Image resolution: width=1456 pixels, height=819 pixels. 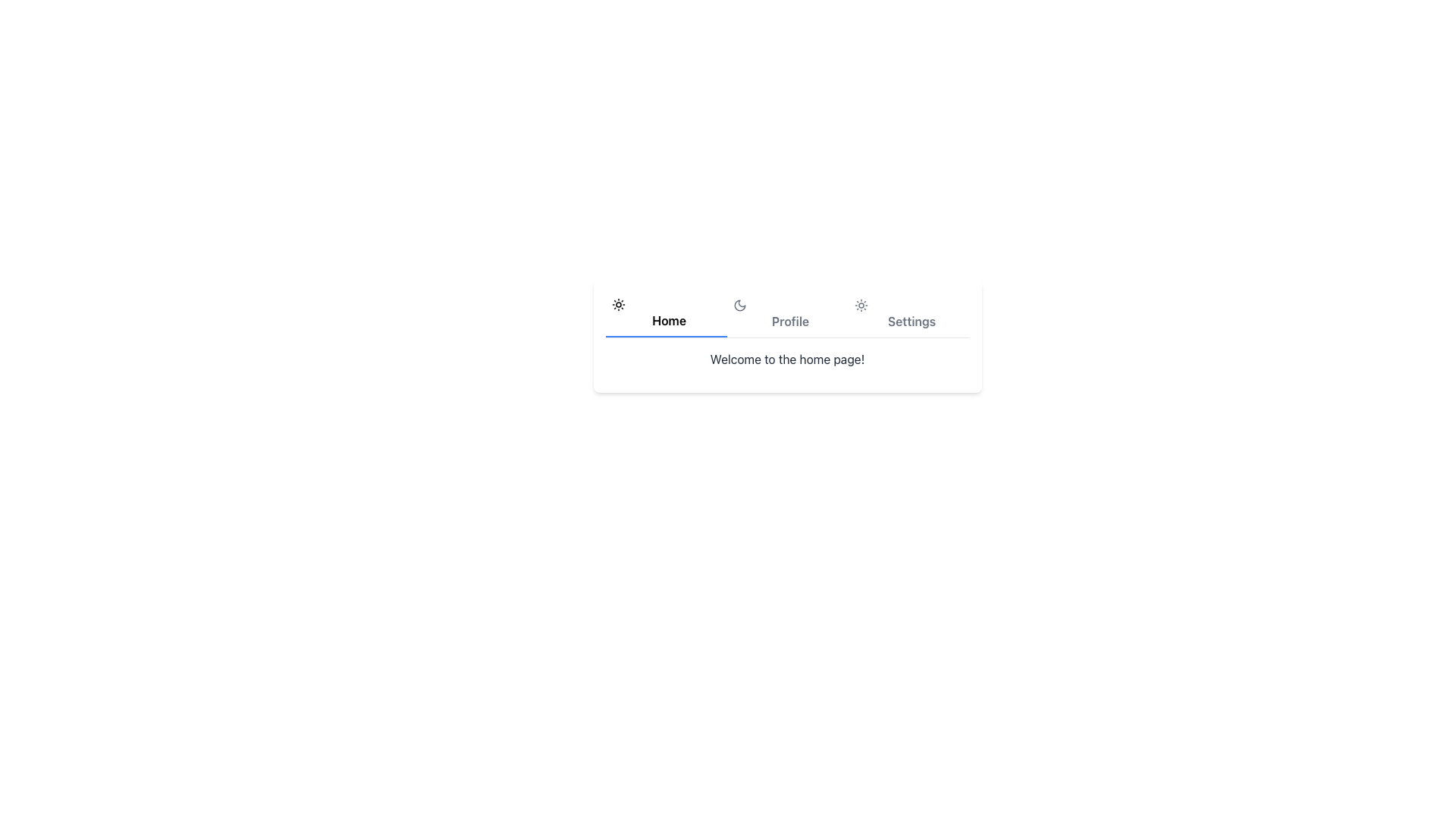 What do you see at coordinates (908, 314) in the screenshot?
I see `the 'Settings' button located at the far-right of the navigation bar` at bounding box center [908, 314].